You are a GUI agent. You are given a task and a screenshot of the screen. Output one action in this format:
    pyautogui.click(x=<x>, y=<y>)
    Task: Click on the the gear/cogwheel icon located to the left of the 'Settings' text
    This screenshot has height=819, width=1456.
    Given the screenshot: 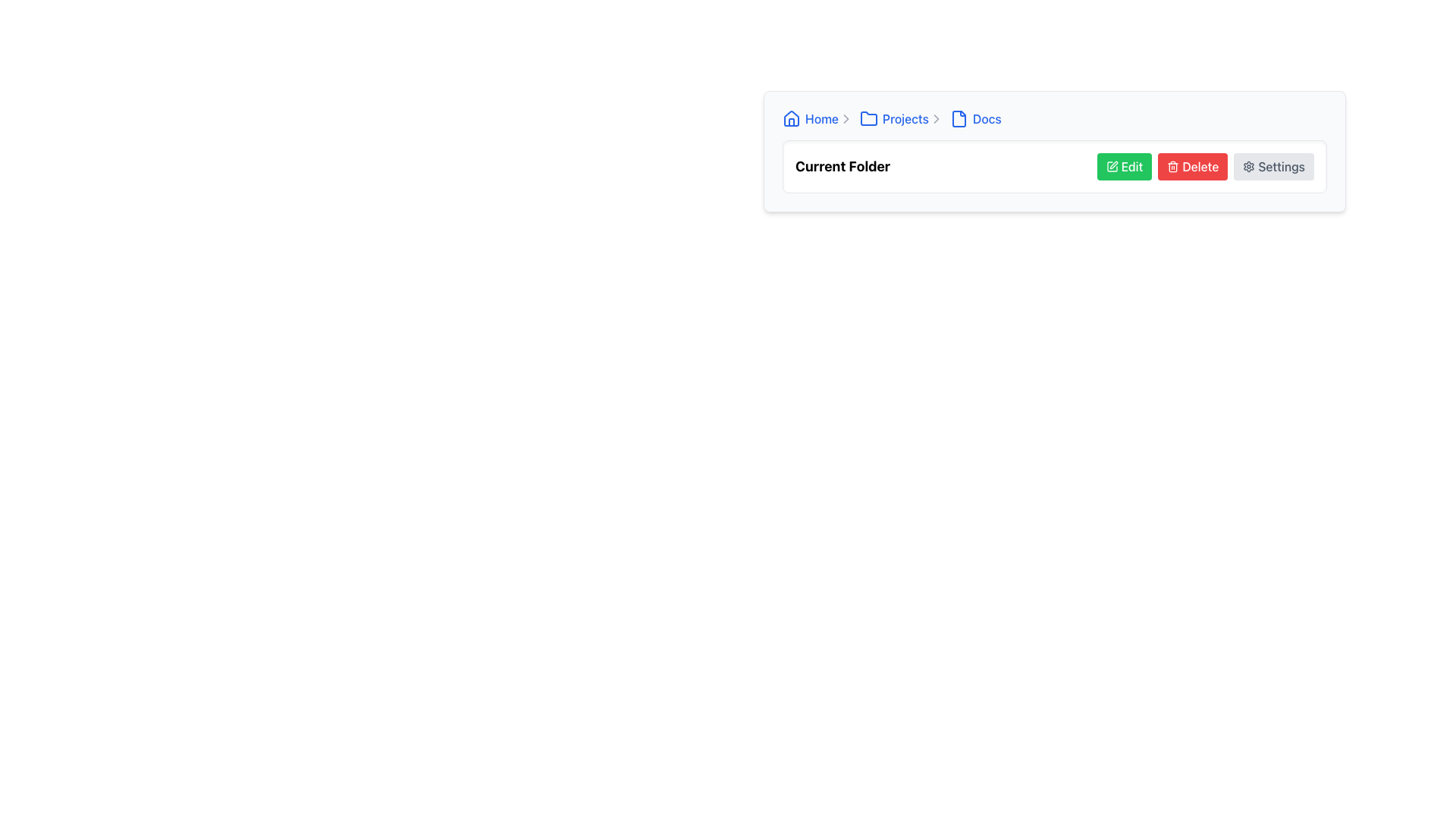 What is the action you would take?
    pyautogui.click(x=1249, y=166)
    